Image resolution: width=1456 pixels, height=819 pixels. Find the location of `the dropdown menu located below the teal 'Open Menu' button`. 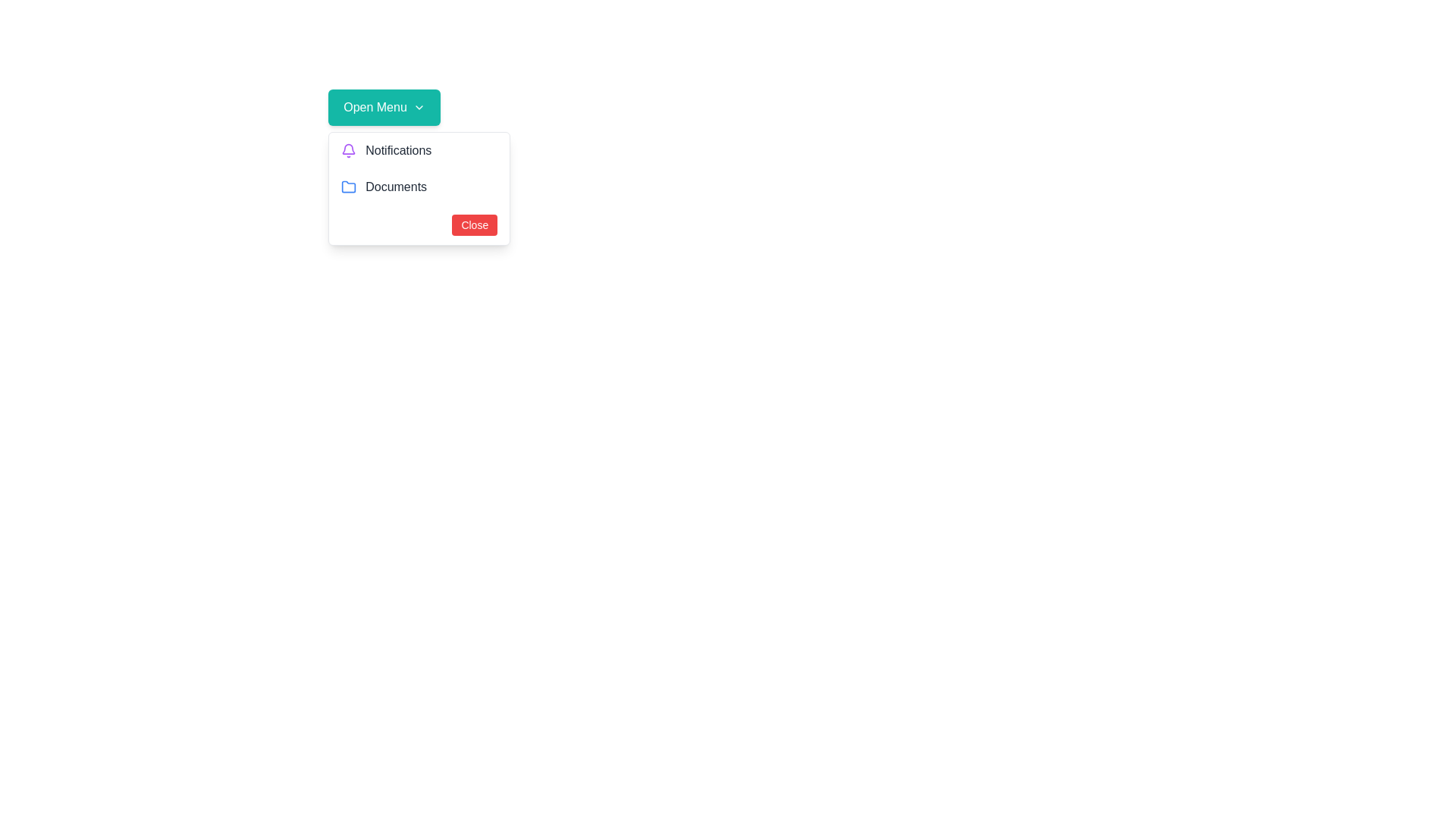

the dropdown menu located below the teal 'Open Menu' button is located at coordinates (419, 188).